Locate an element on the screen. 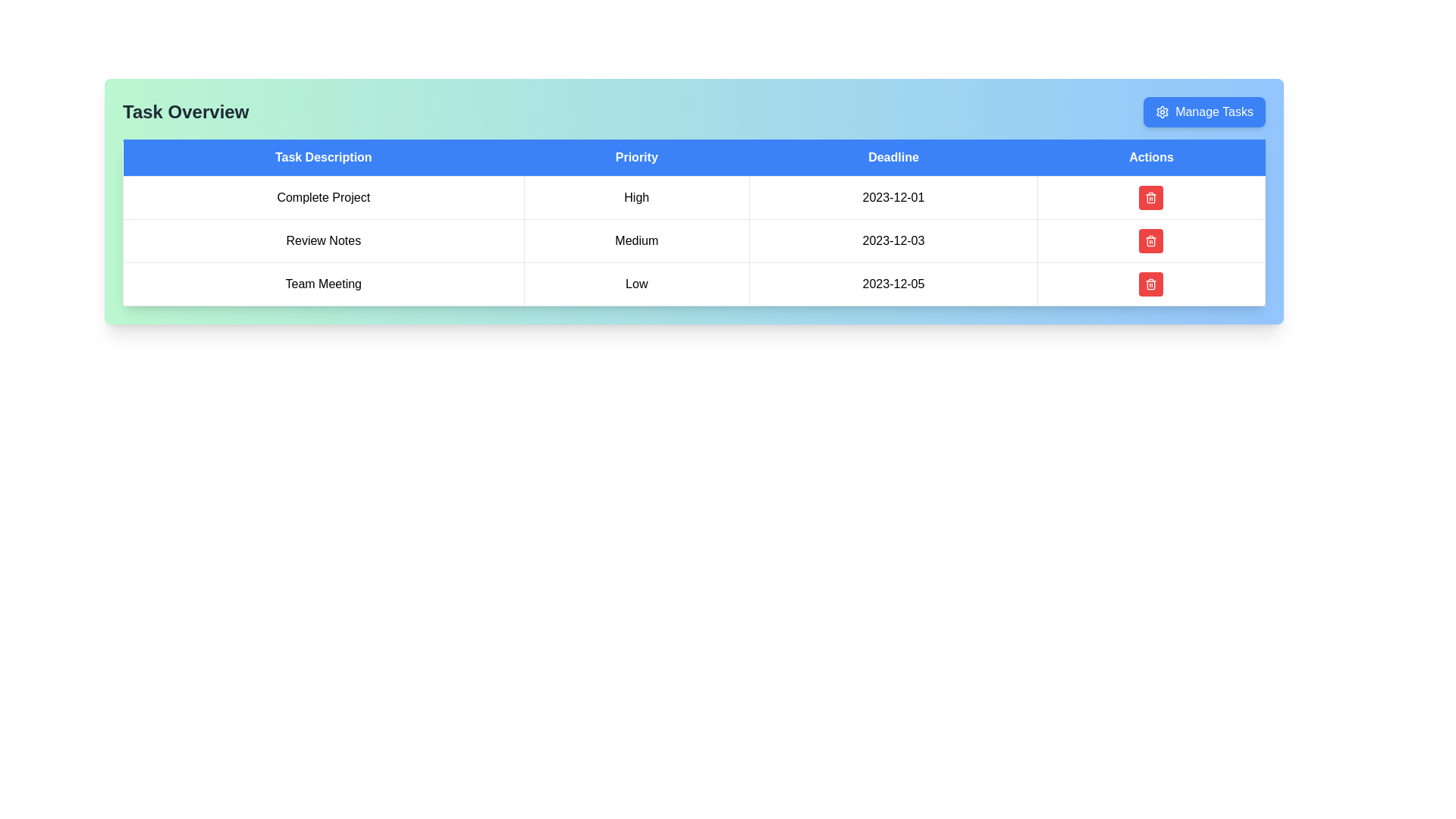  the text label indicating the priority level of the corresponding task in the second column of the first row in the 'Priority' section of the table is located at coordinates (636, 197).